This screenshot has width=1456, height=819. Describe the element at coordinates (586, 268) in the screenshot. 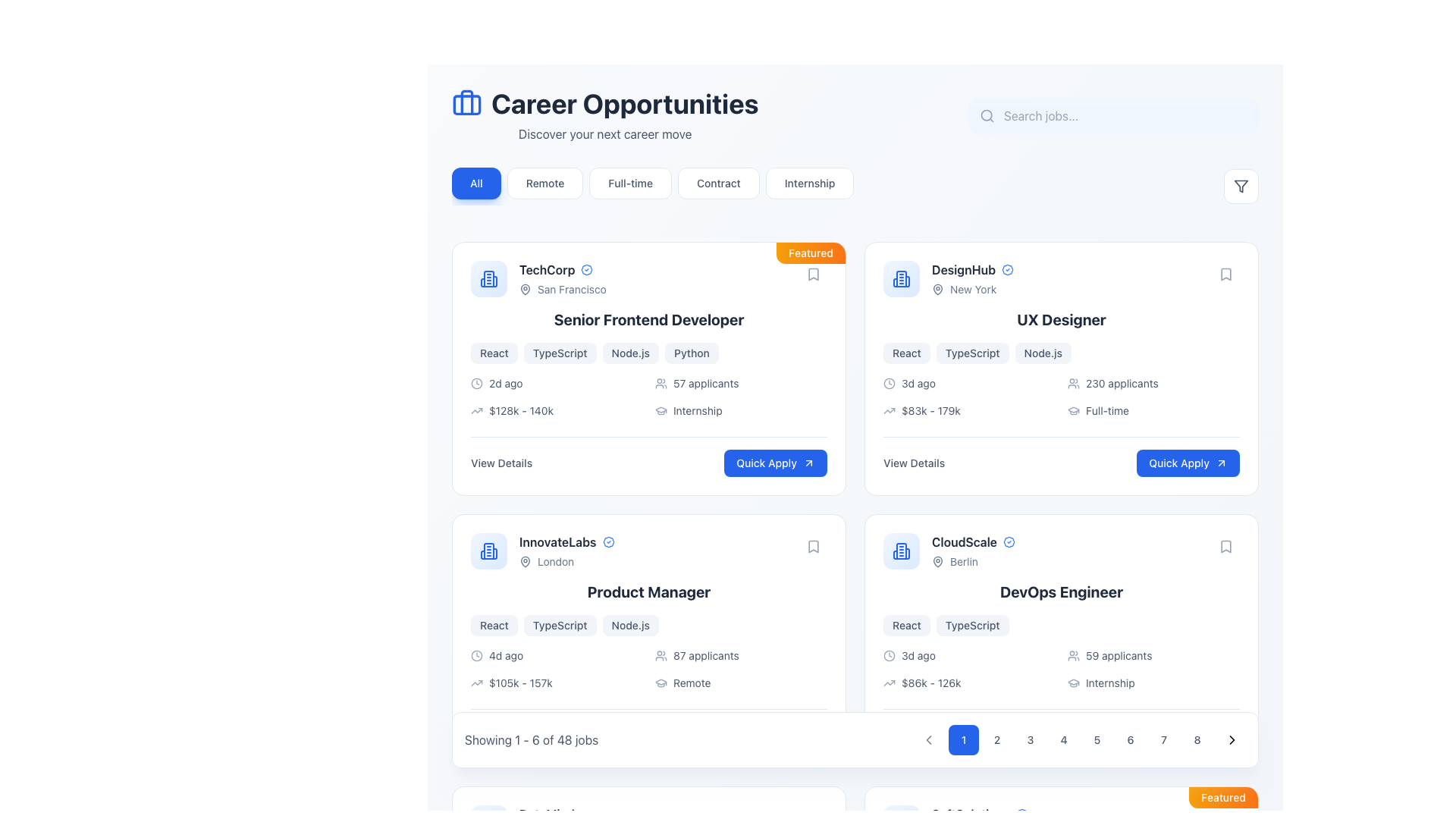

I see `the circular visual embellishment within the badge icon located in the top-left corner of the job card labeled 'TechCorp'` at that location.